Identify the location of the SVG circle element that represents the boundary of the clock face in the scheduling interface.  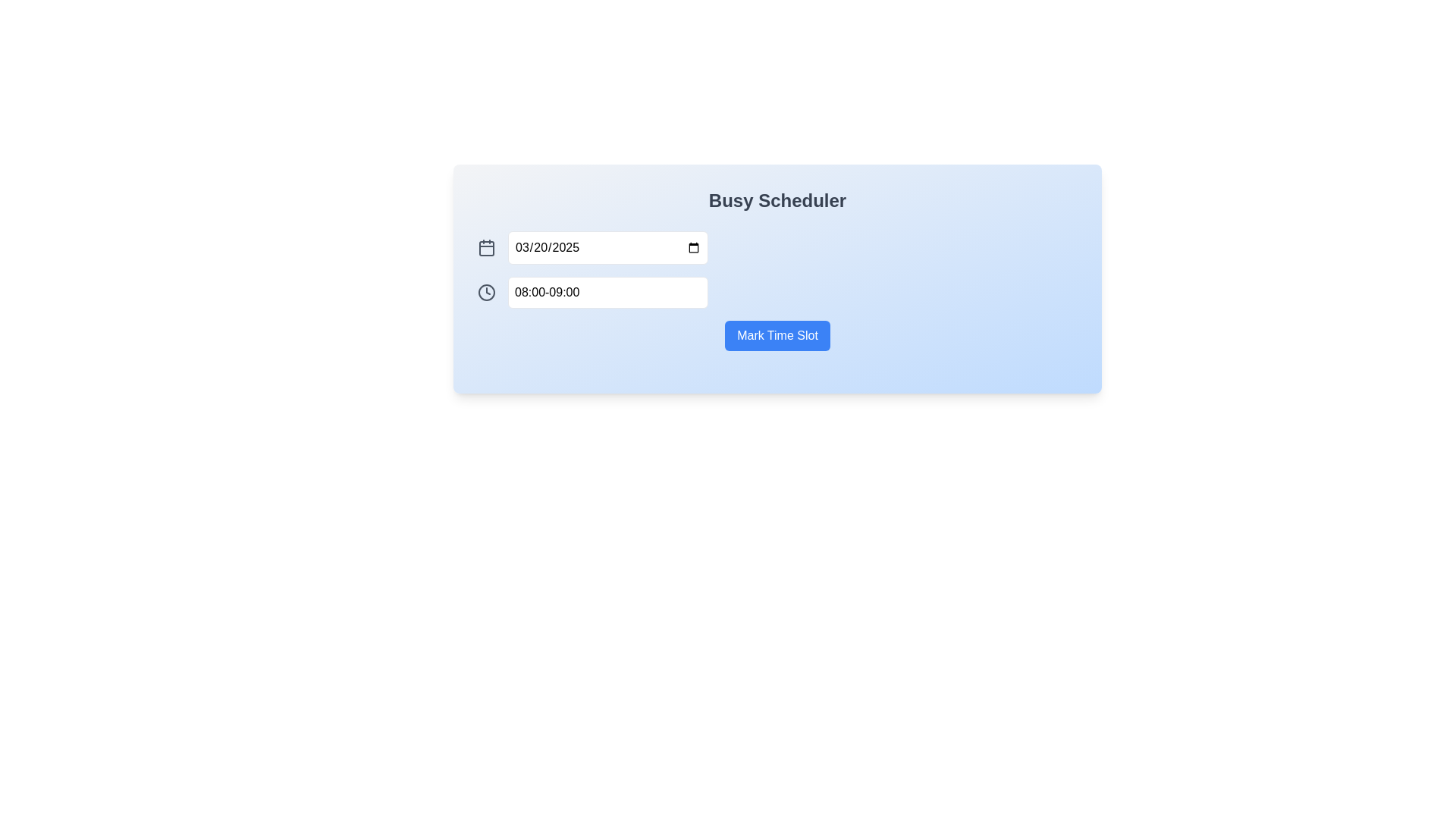
(487, 292).